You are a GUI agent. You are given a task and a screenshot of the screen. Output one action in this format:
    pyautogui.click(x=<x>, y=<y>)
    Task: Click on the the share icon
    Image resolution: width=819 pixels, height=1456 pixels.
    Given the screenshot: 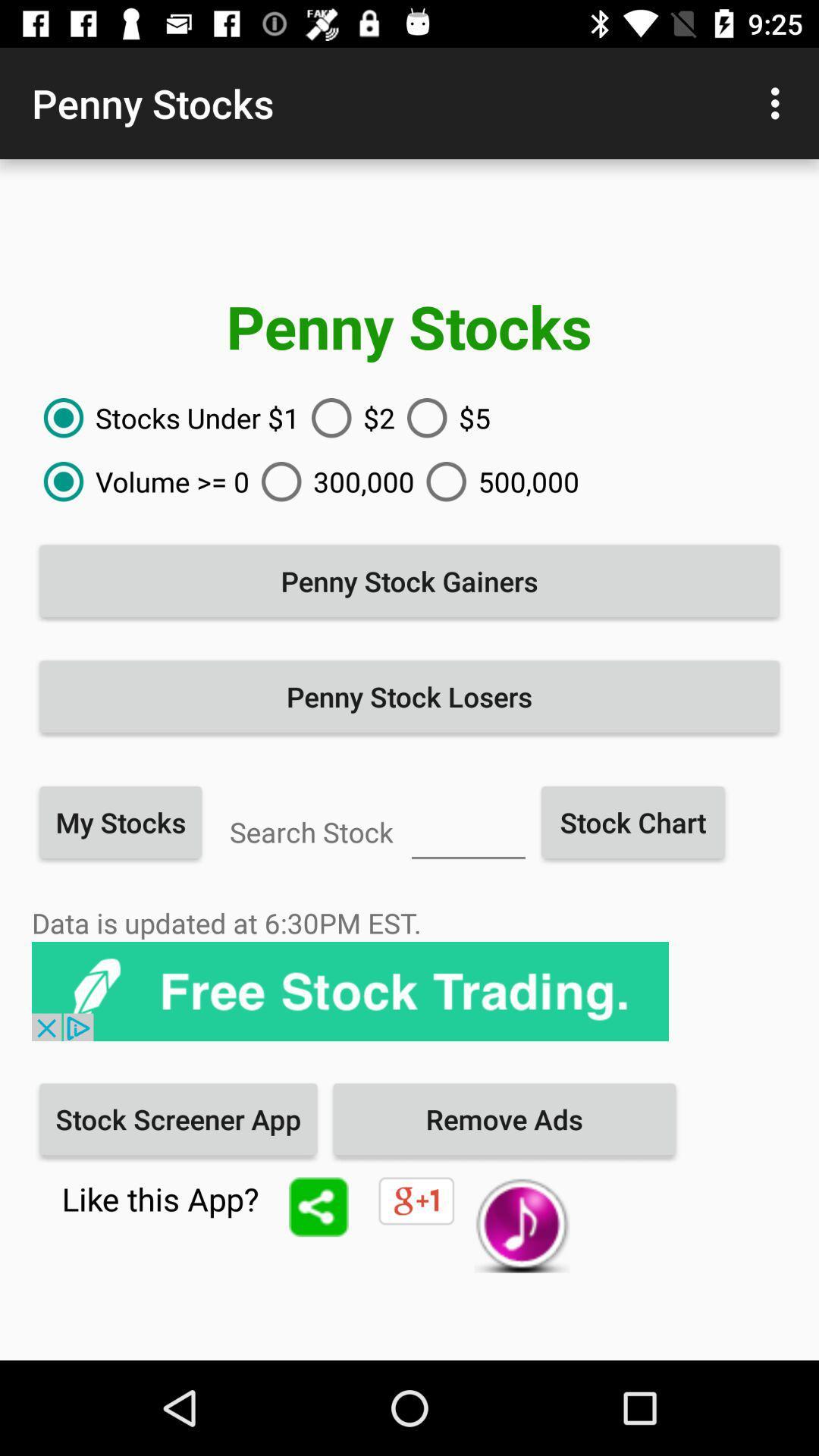 What is the action you would take?
    pyautogui.click(x=318, y=1206)
    